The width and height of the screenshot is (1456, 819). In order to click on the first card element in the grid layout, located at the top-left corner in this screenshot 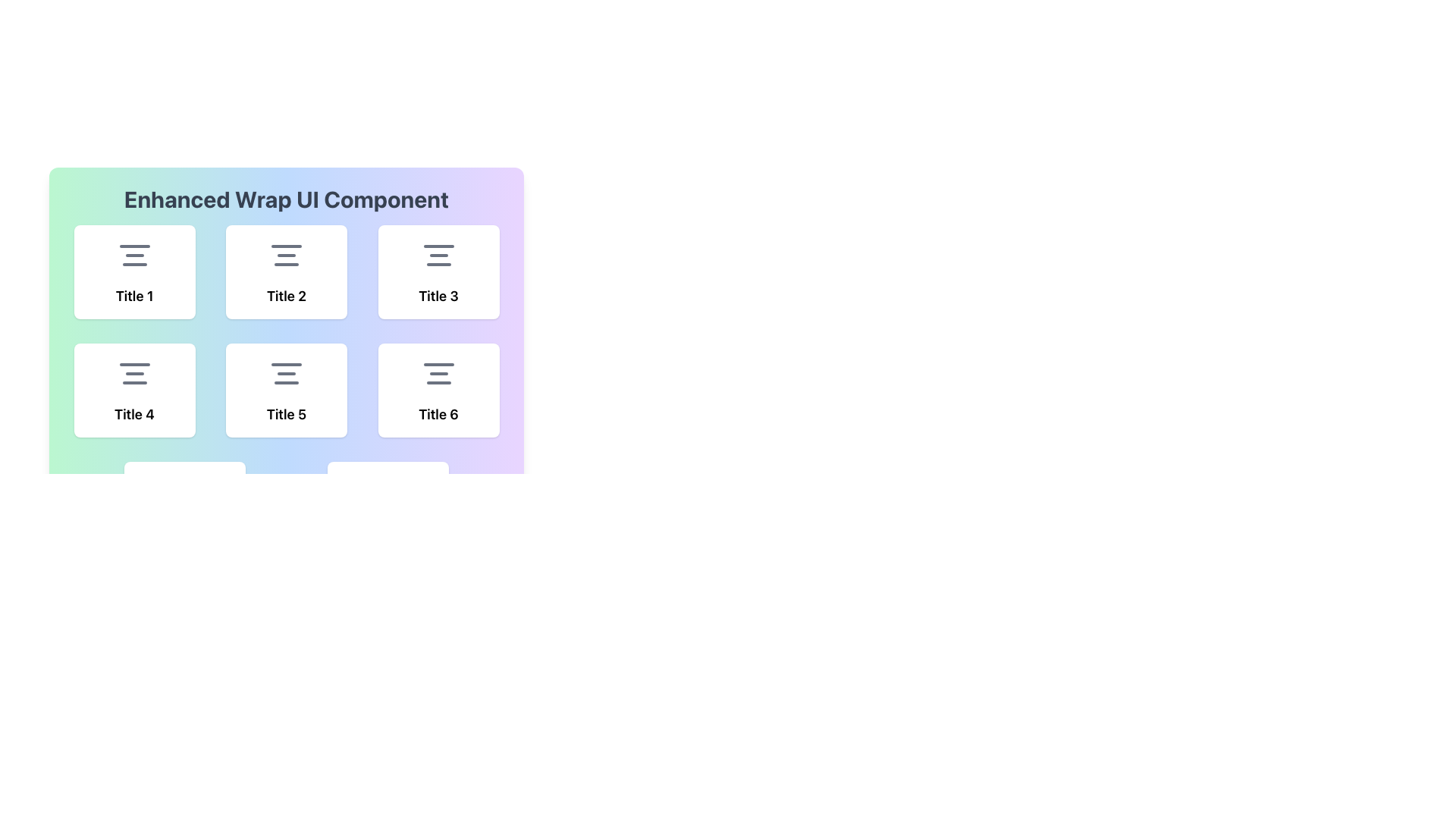, I will do `click(134, 271)`.